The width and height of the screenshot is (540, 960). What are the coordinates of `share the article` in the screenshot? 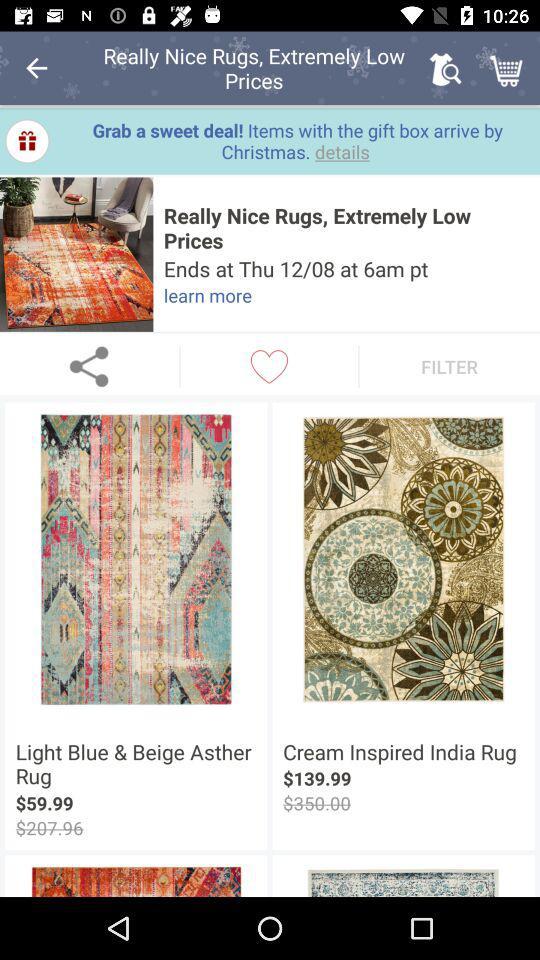 It's located at (88, 365).